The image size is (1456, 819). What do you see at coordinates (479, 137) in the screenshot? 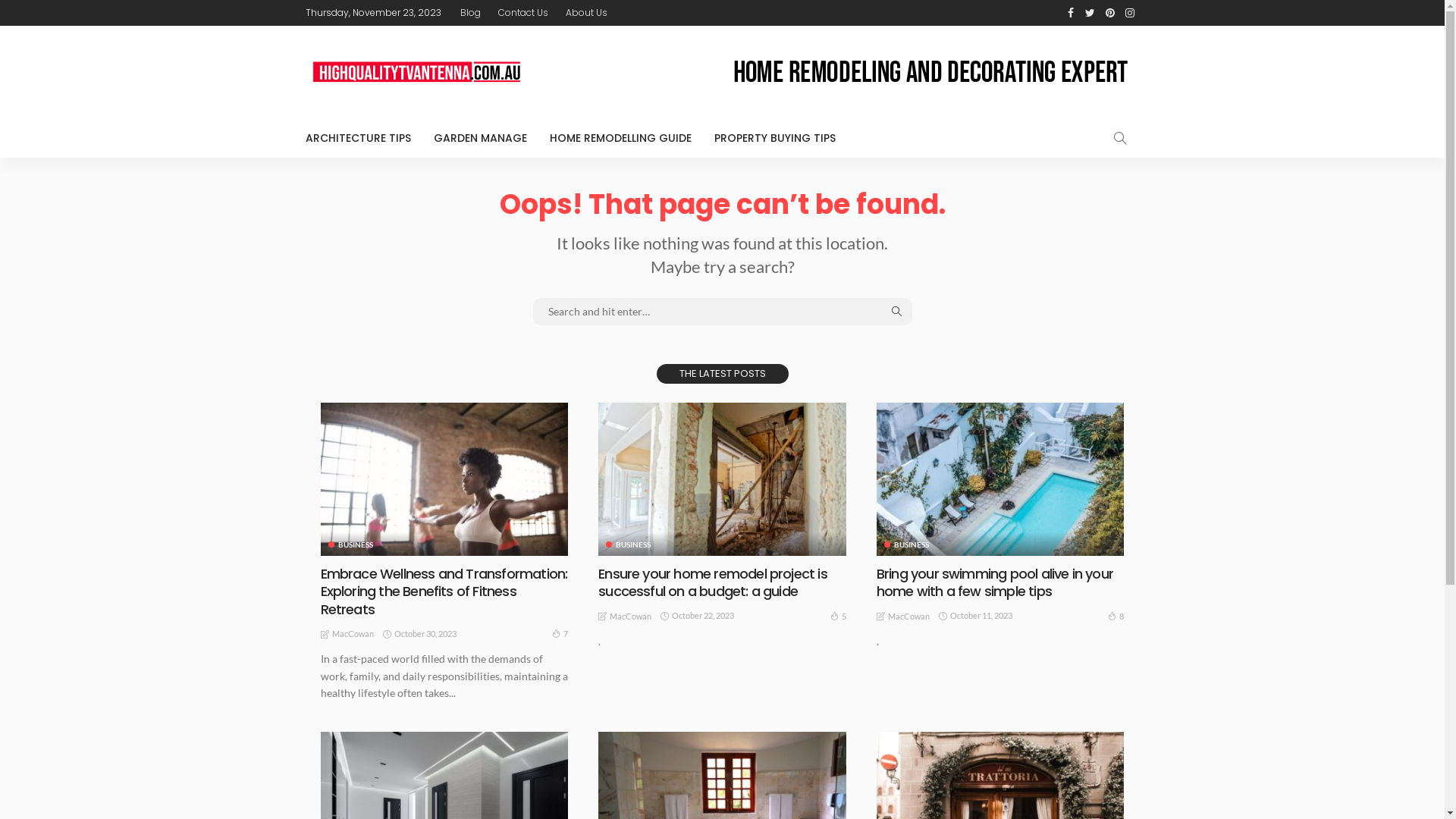
I see `'GARDEN MANAGE'` at bounding box center [479, 137].